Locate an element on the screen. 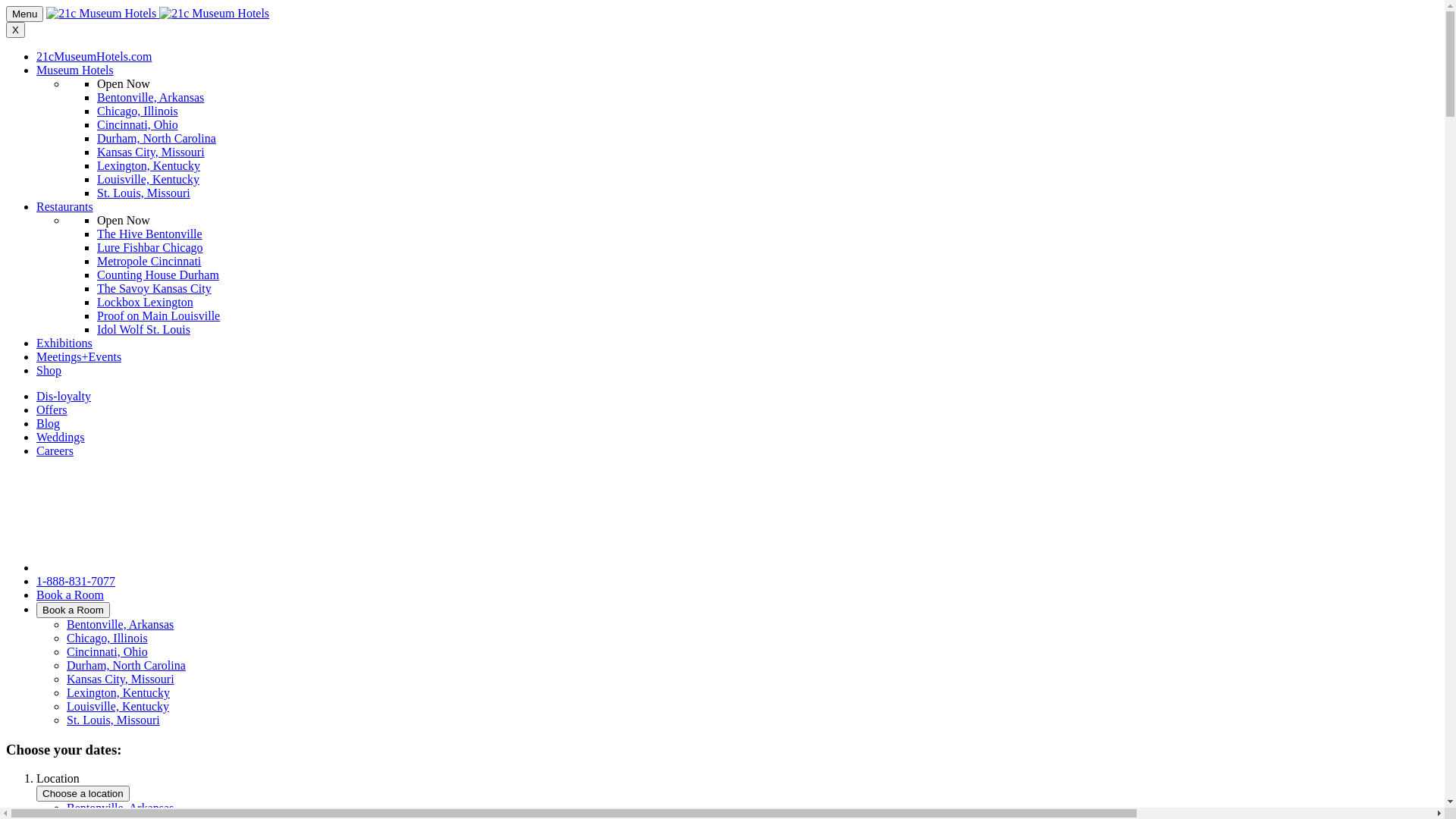  'Lexington, Kentucky' is located at coordinates (149, 165).